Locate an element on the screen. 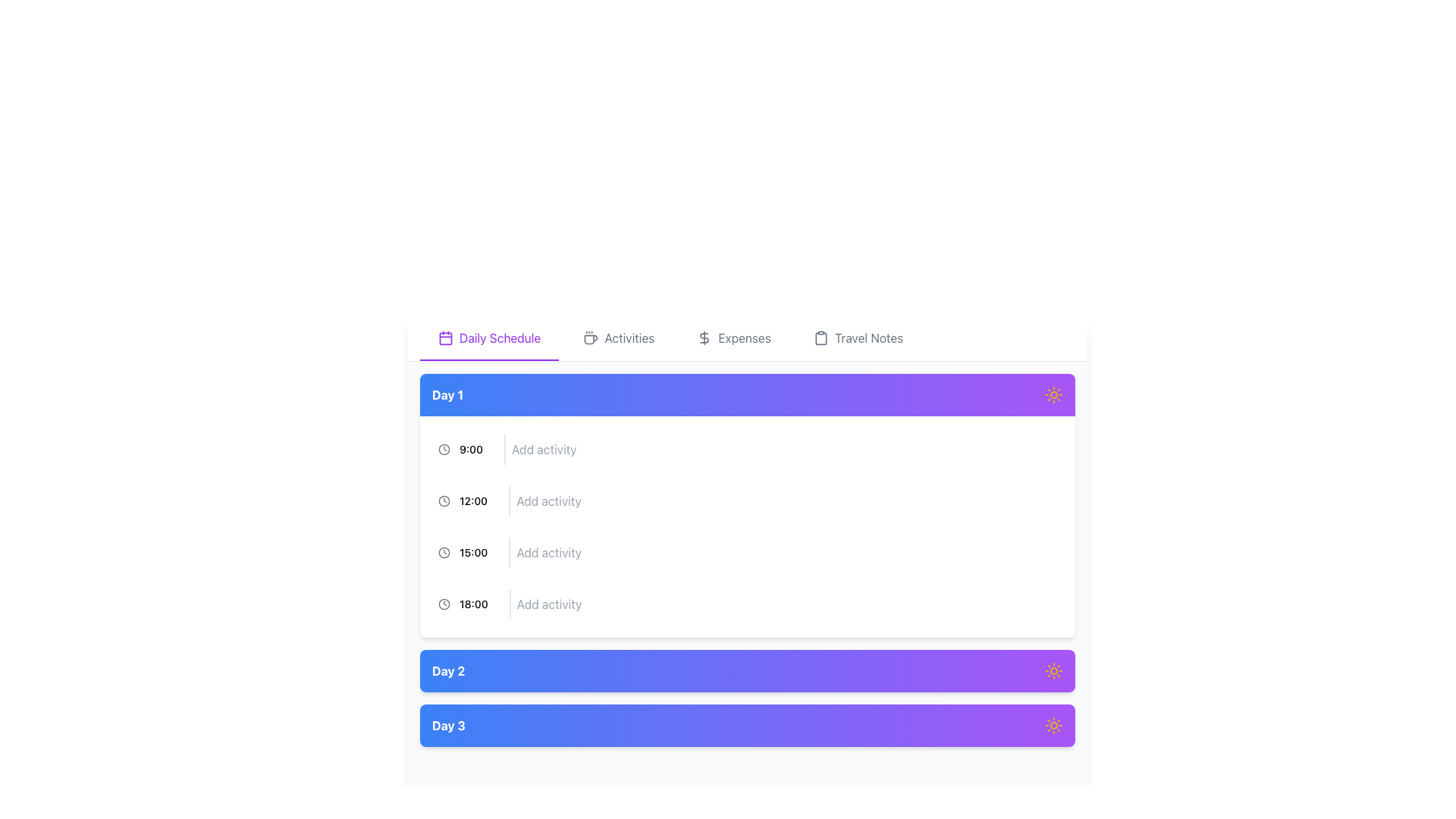 The image size is (1456, 819). the clipboard icon located to the far right of the 'Day 1' purple tab is located at coordinates (820, 337).